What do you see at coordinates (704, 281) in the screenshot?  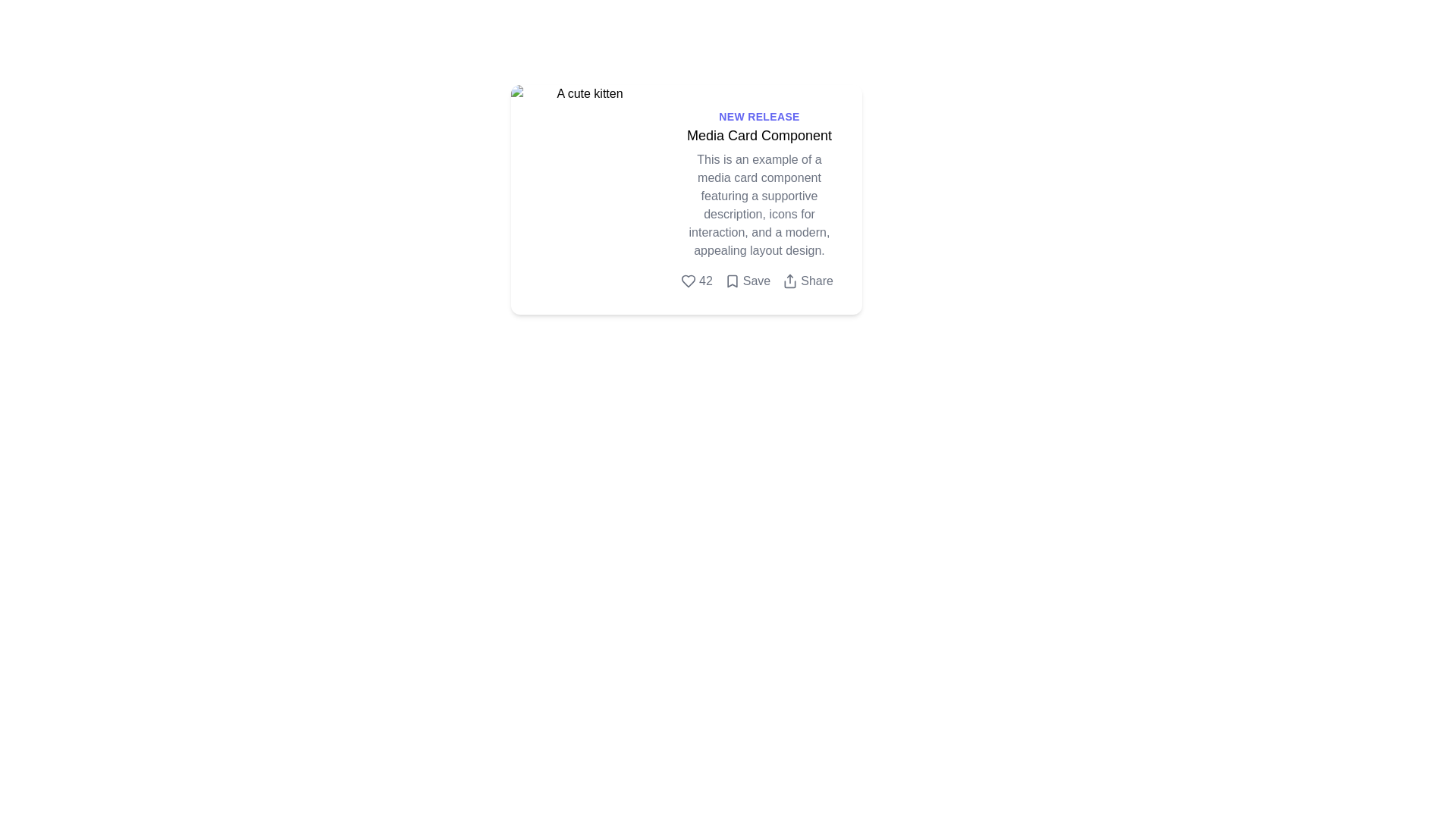 I see `text displayed in the text label showing the number '42', which is styled in gray and located to the right of a heart icon, within a horizontal arrangement of interactive options` at bounding box center [704, 281].